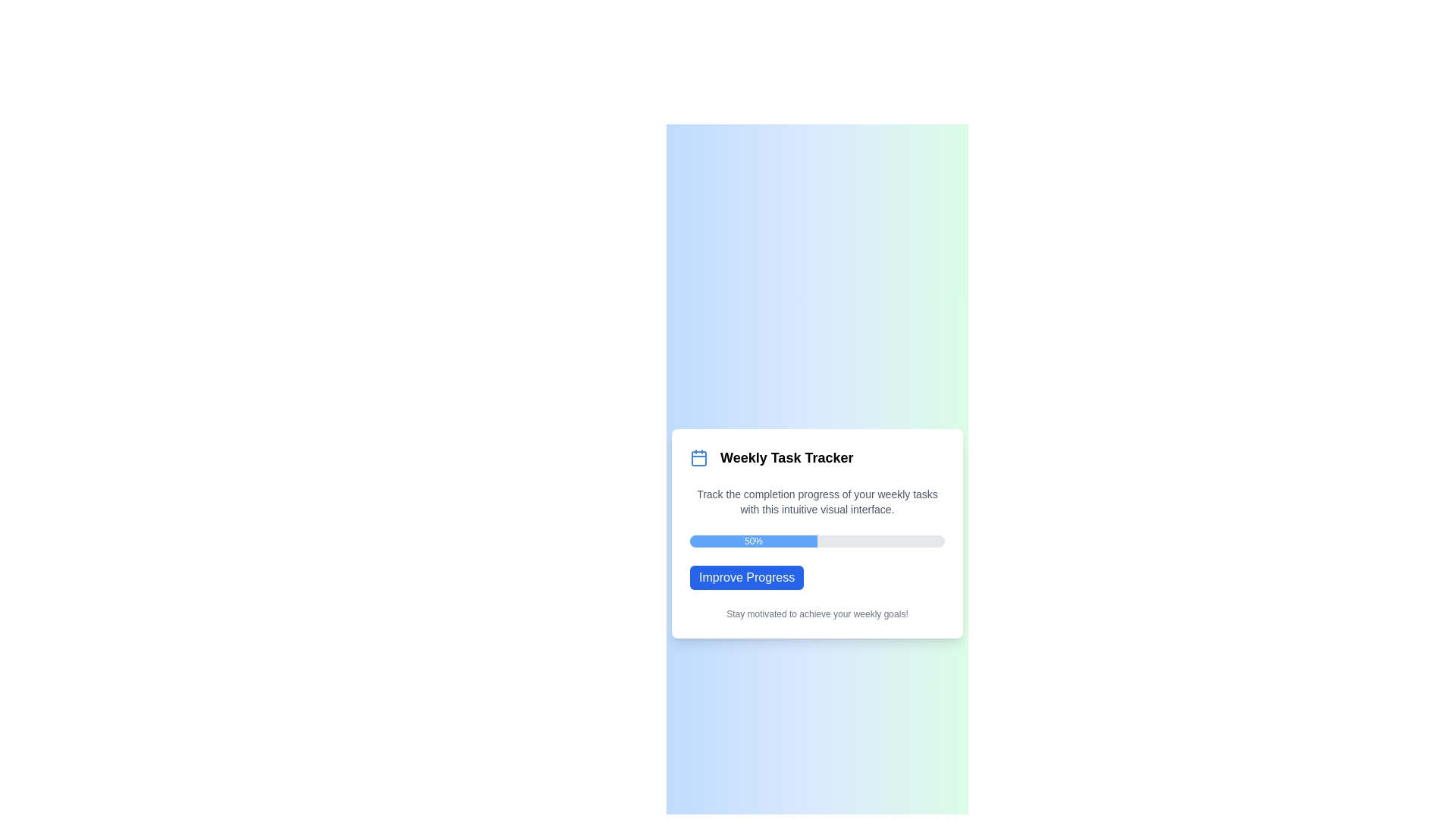 The height and width of the screenshot is (819, 1456). I want to click on the Icon Component inside the calendar icon structure located in the upper left corner of the 'Weekly Task Tracker' card, which is styled as a rectangular area with rounded corners, so click(698, 458).